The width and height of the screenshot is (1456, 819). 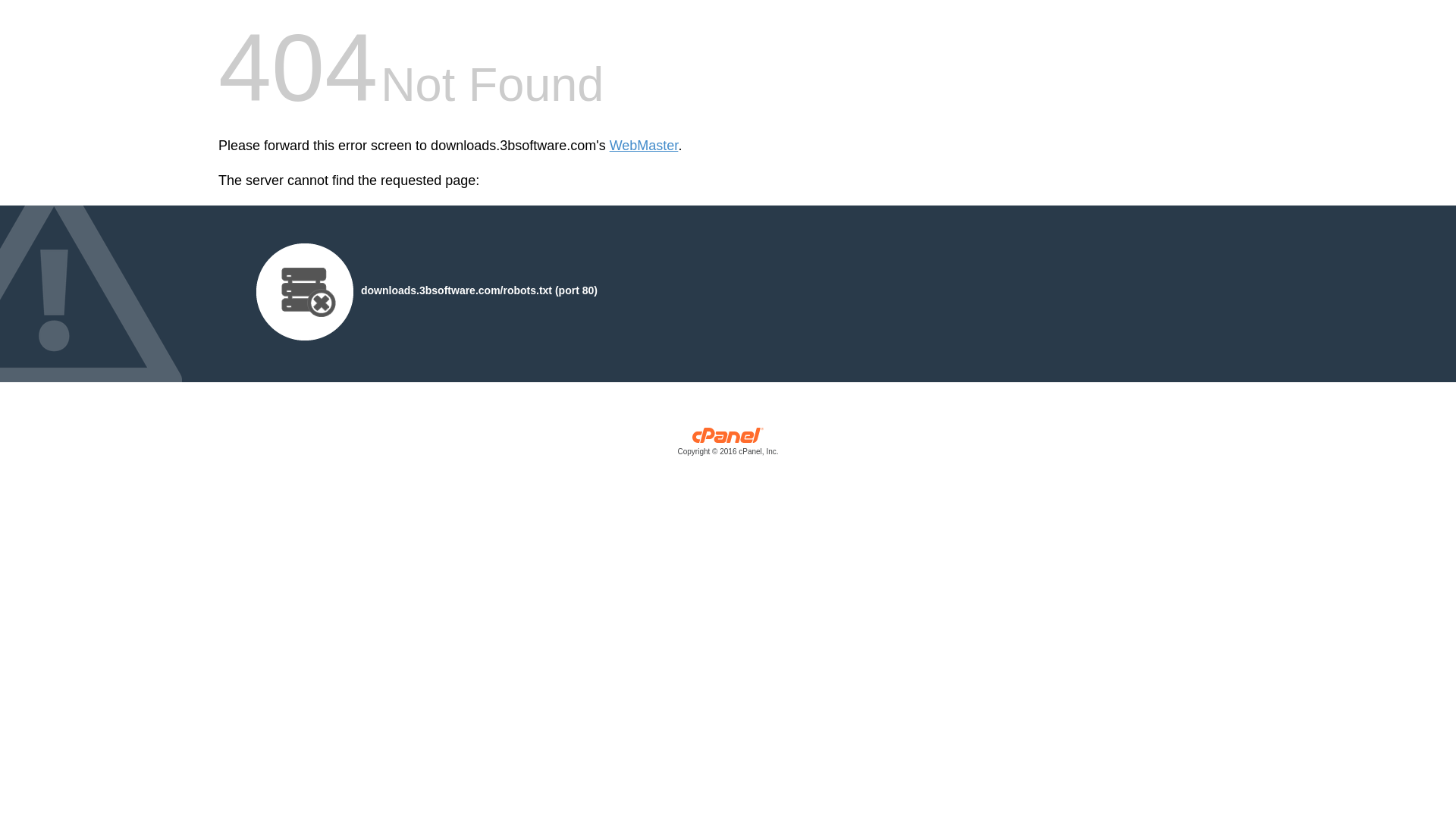 What do you see at coordinates (644, 146) in the screenshot?
I see `'WebMaster'` at bounding box center [644, 146].